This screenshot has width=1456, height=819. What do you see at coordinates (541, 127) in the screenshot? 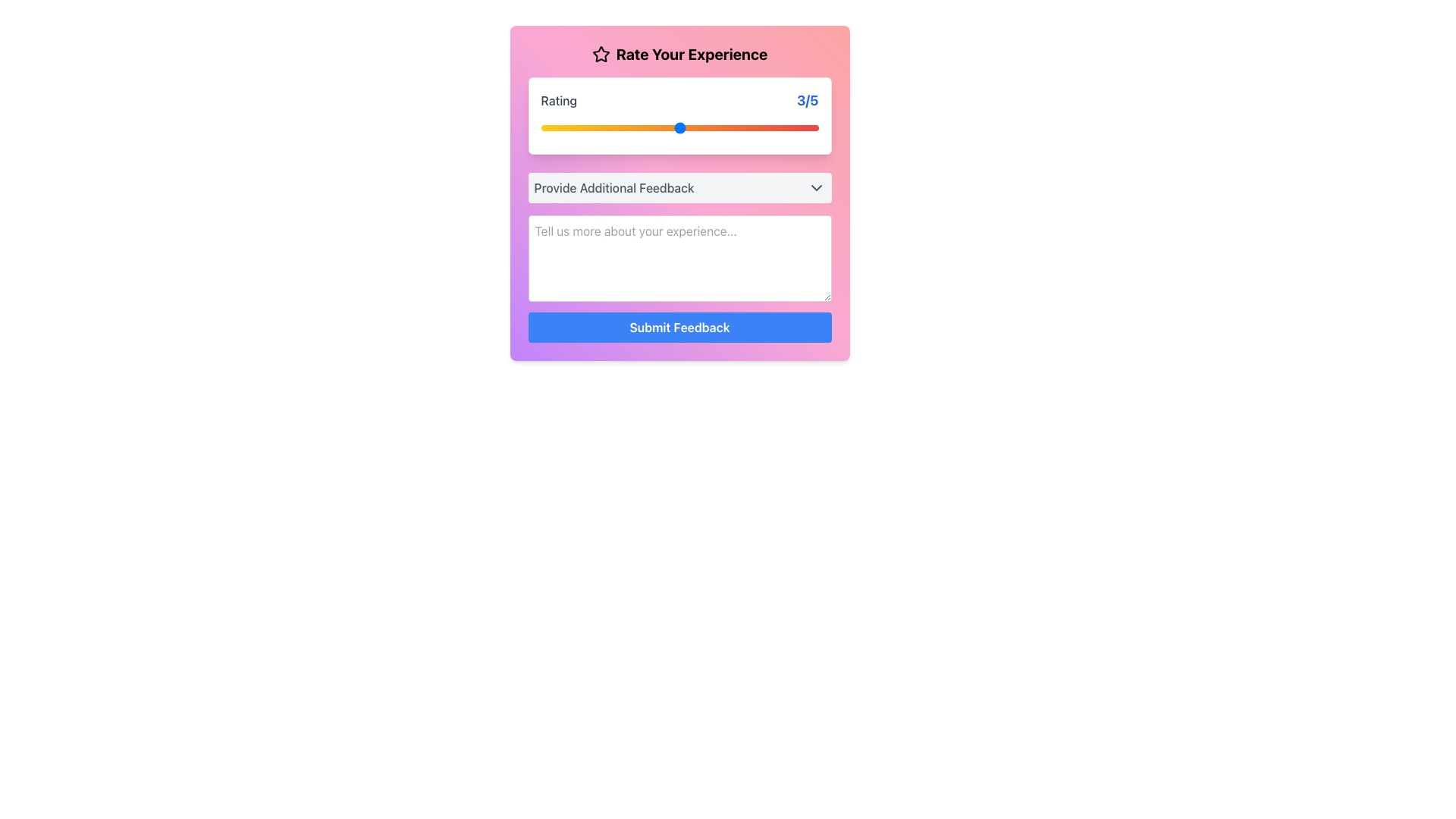
I see `rating slider` at bounding box center [541, 127].